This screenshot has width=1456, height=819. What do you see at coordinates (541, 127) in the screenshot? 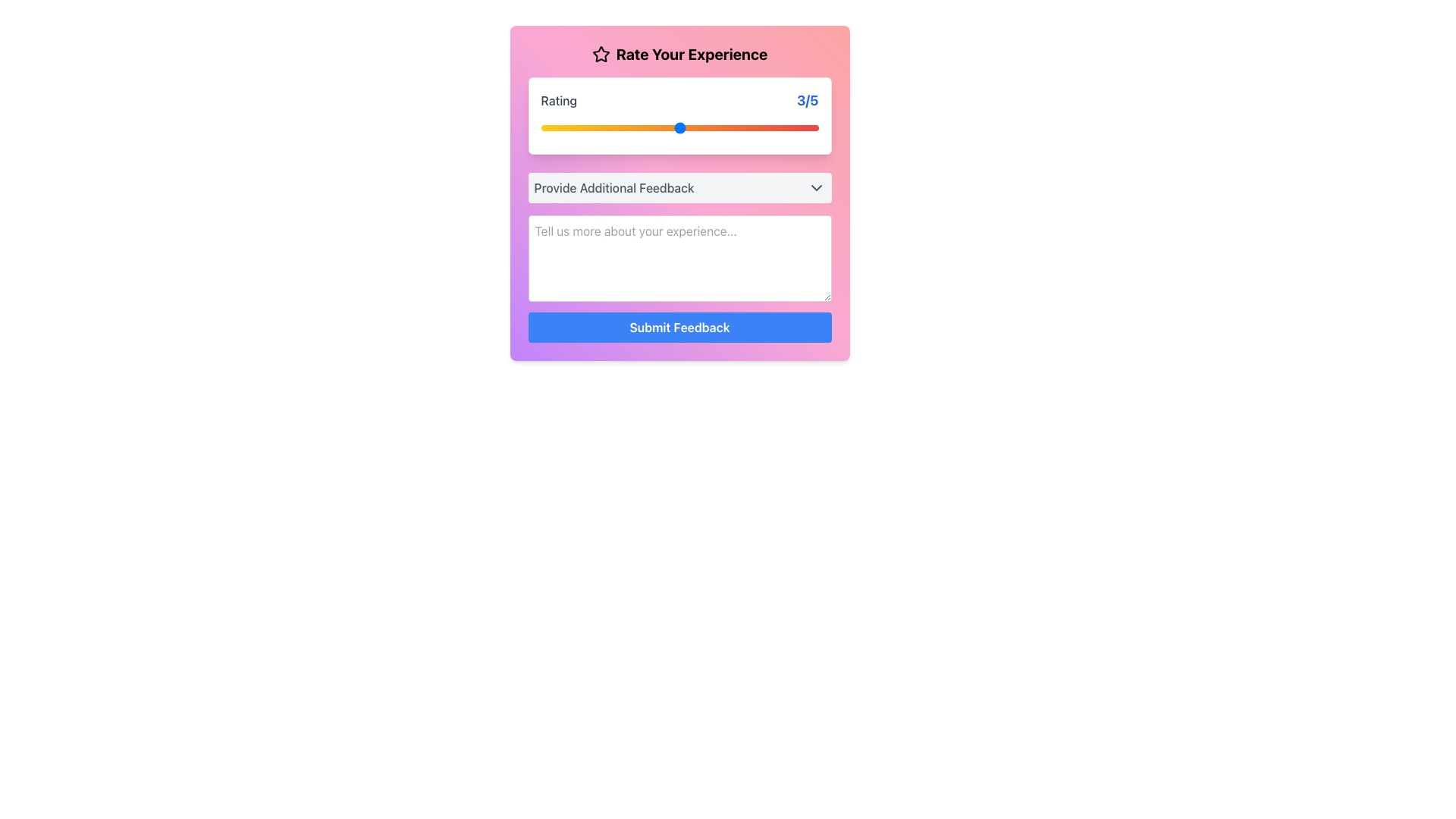
I see `rating slider` at bounding box center [541, 127].